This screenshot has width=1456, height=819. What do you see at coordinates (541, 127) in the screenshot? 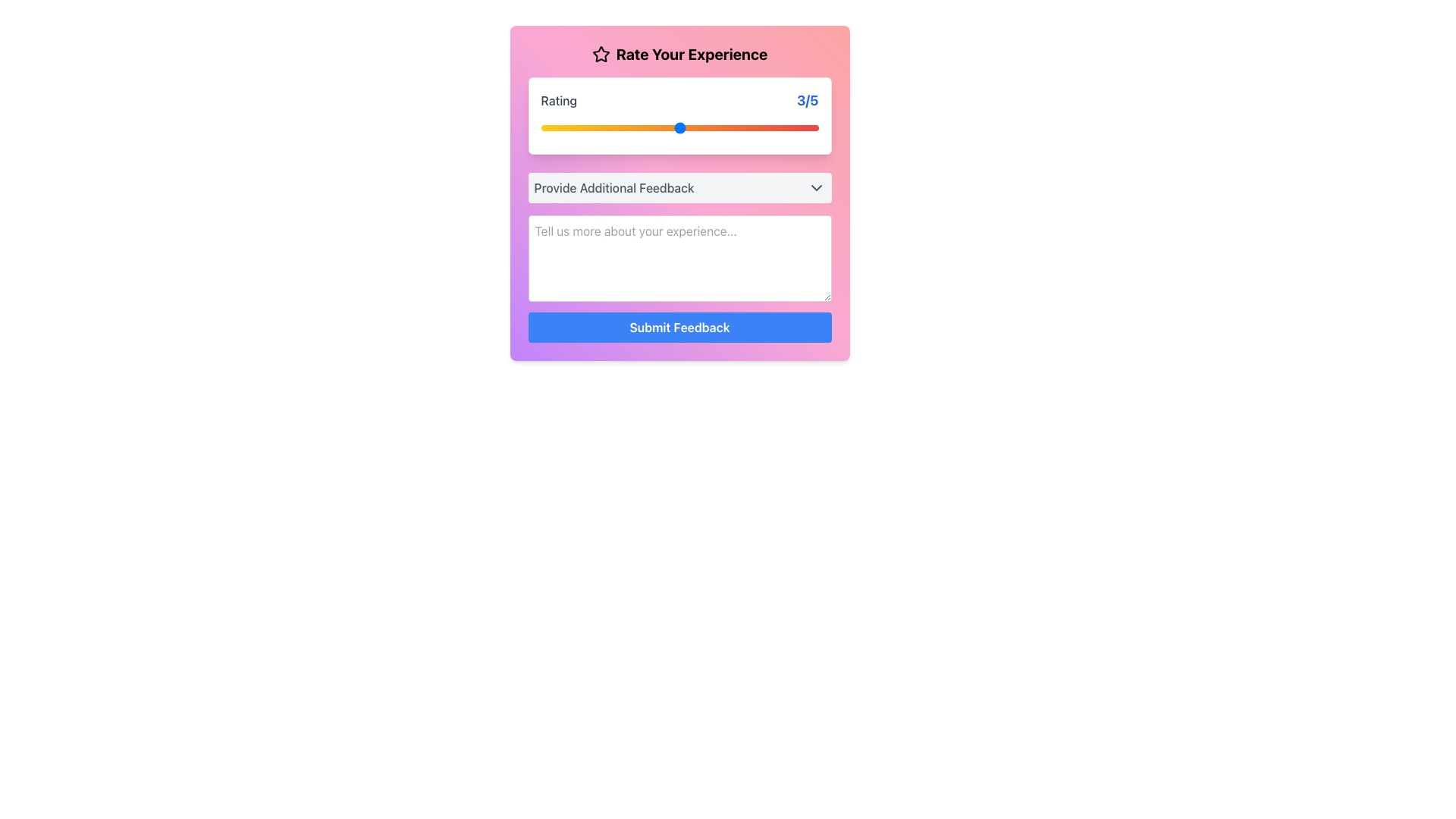
I see `rating slider` at bounding box center [541, 127].